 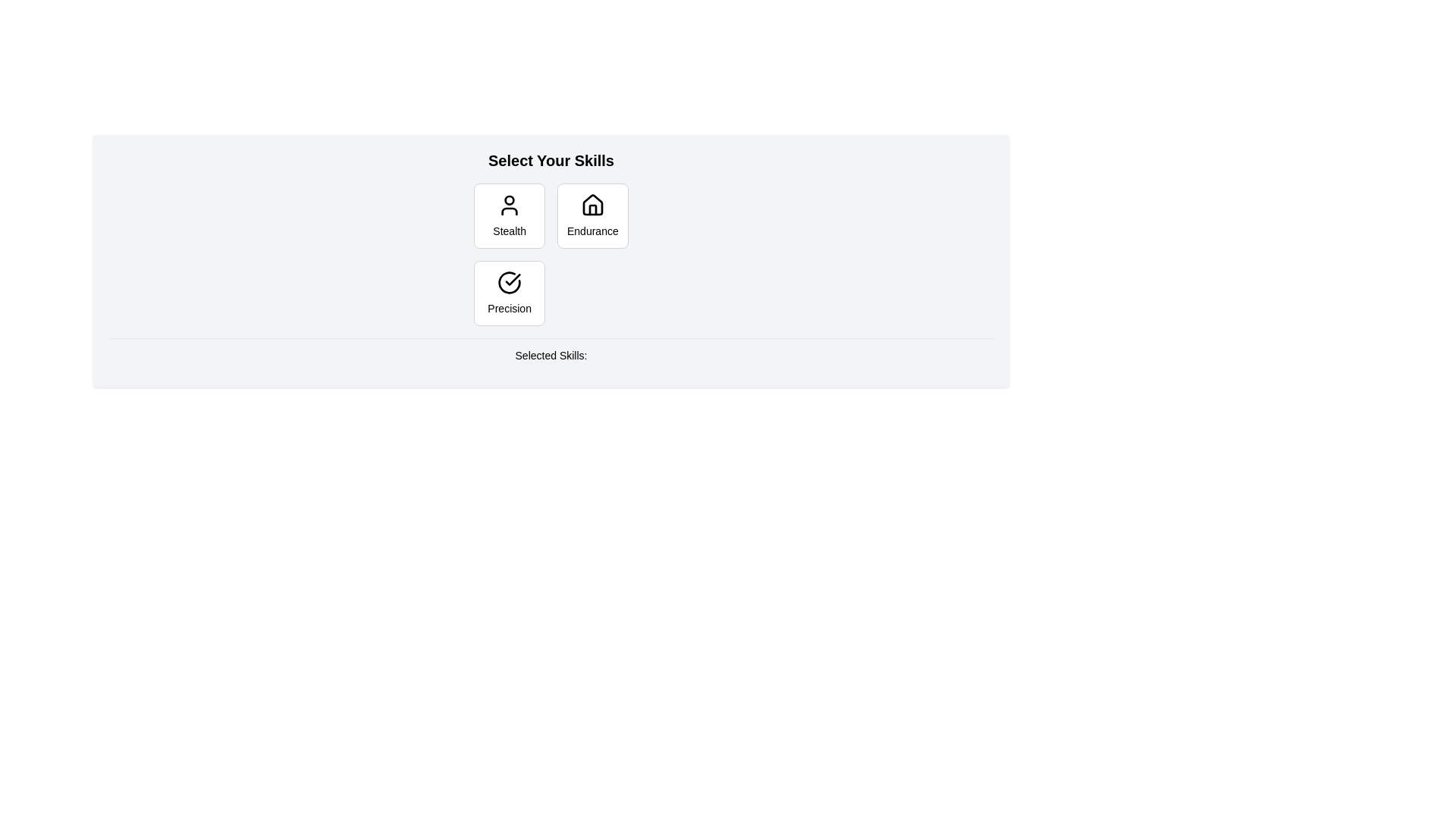 I want to click on the text label that indicates the section displaying the skills chosen by the user, located centrally below the 'Select Your Skills' section, so click(x=550, y=356).